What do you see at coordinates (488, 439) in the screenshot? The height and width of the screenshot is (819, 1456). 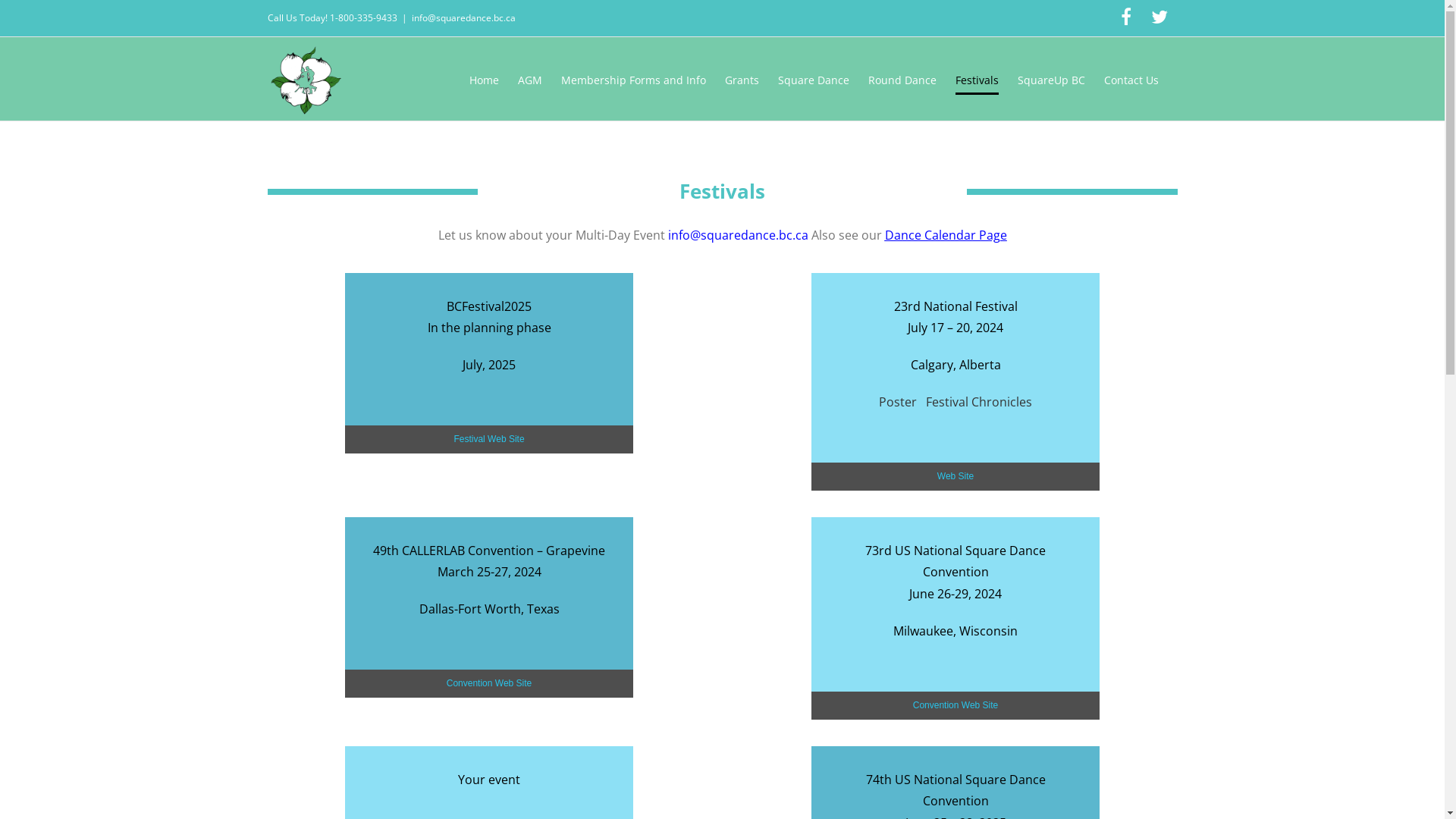 I see `'Festival Web Site'` at bounding box center [488, 439].